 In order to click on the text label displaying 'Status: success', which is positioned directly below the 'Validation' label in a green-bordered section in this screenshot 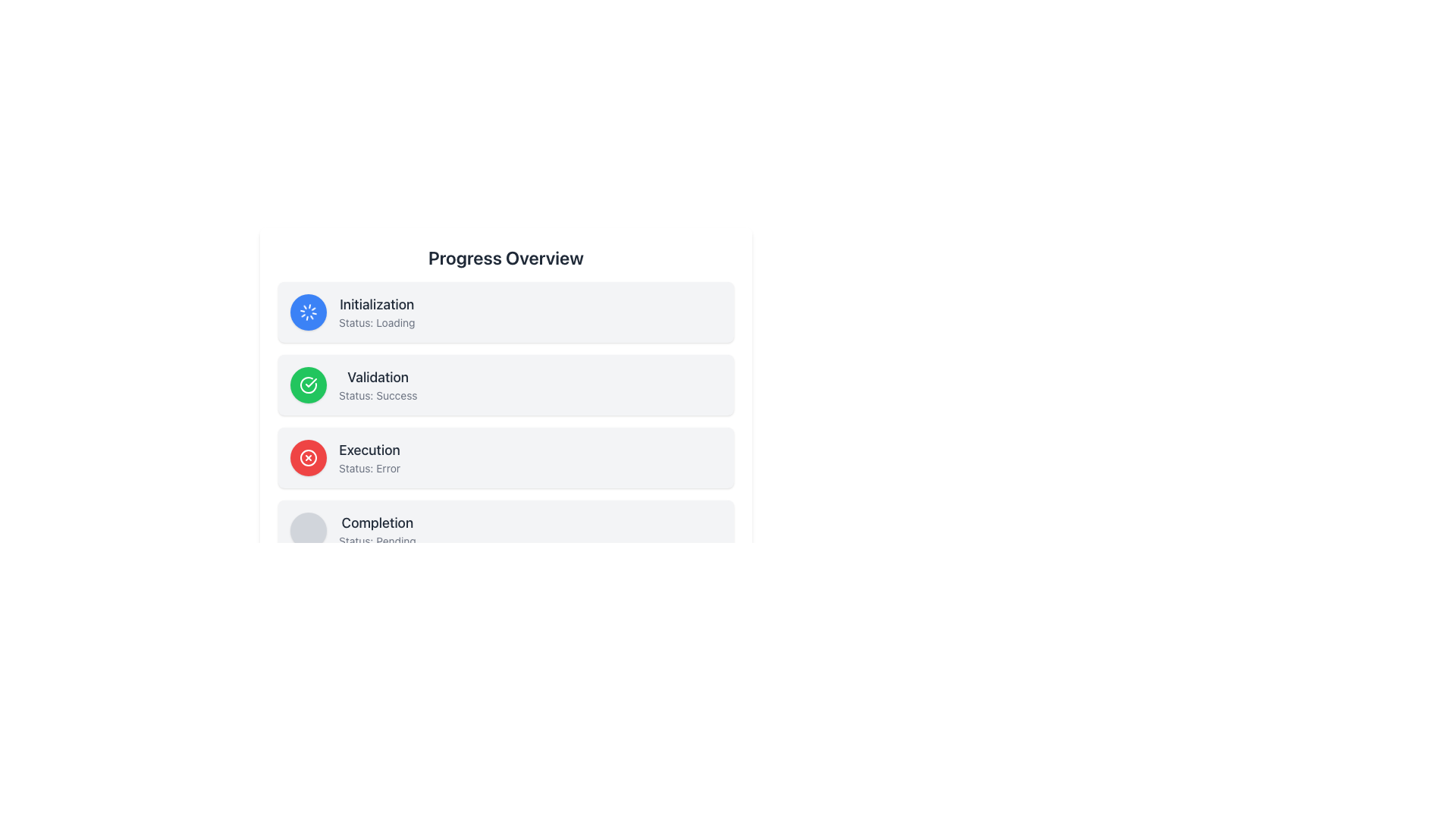, I will do `click(378, 394)`.